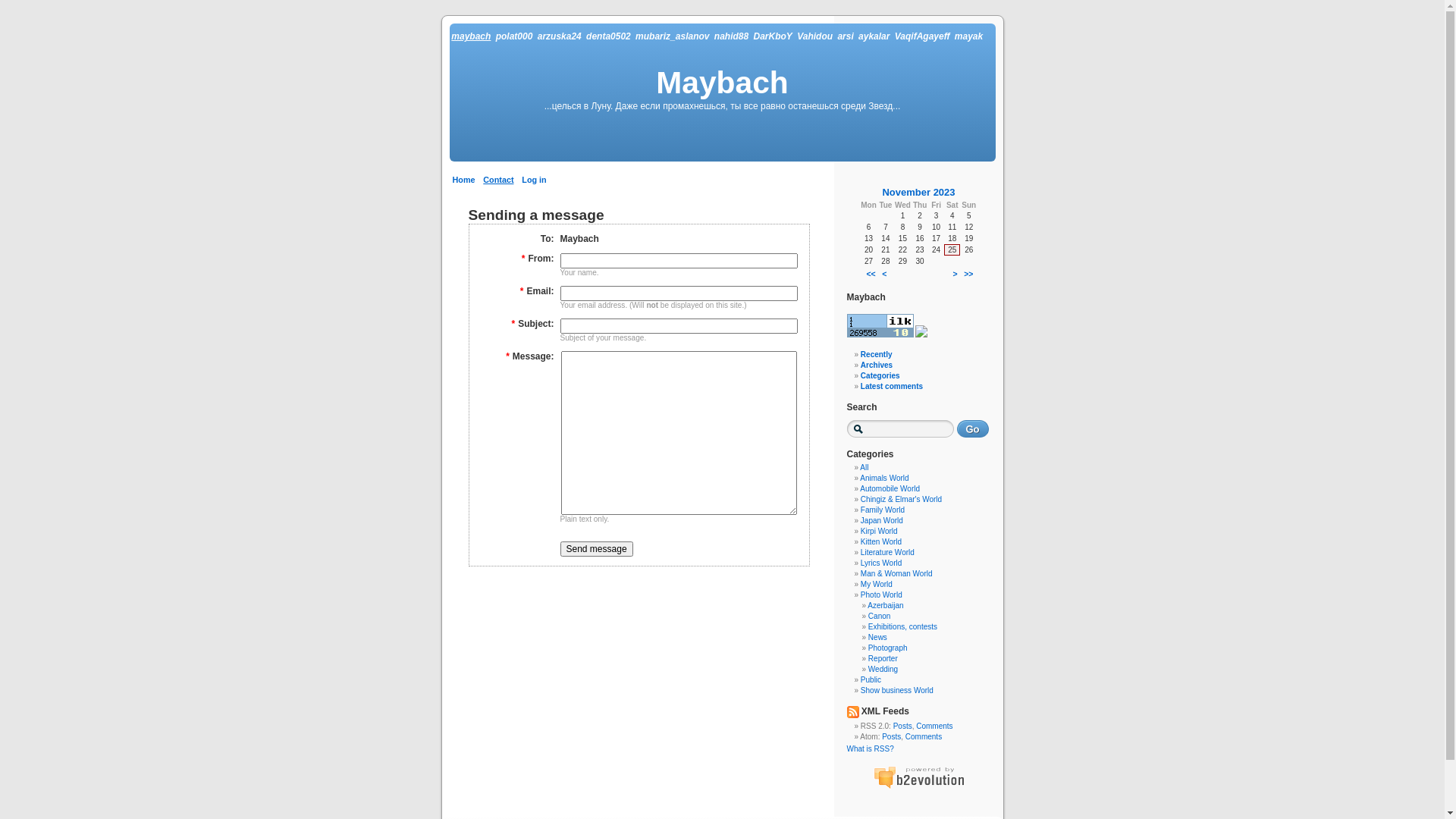 This screenshot has height=819, width=1456. What do you see at coordinates (884, 478) in the screenshot?
I see `'Animals World'` at bounding box center [884, 478].